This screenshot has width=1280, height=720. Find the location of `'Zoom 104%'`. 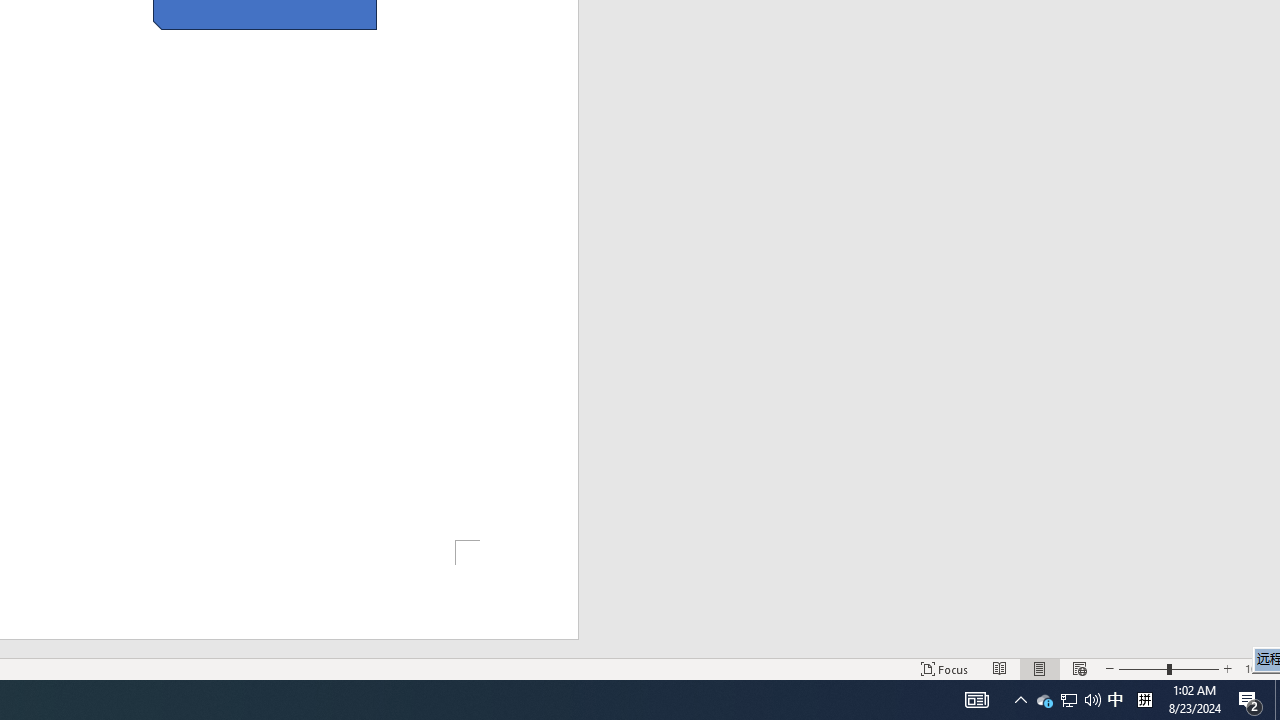

'Zoom 104%' is located at coordinates (1257, 669).